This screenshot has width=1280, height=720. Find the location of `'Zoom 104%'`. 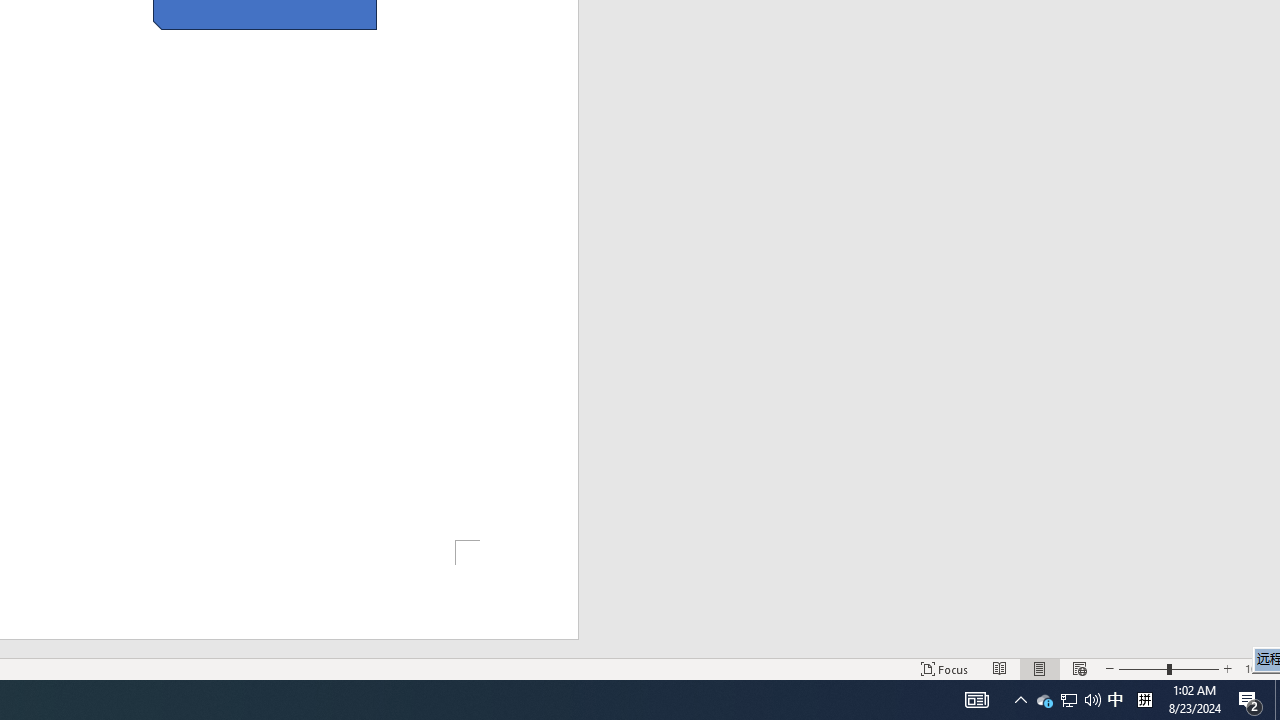

'Zoom 104%' is located at coordinates (1257, 669).